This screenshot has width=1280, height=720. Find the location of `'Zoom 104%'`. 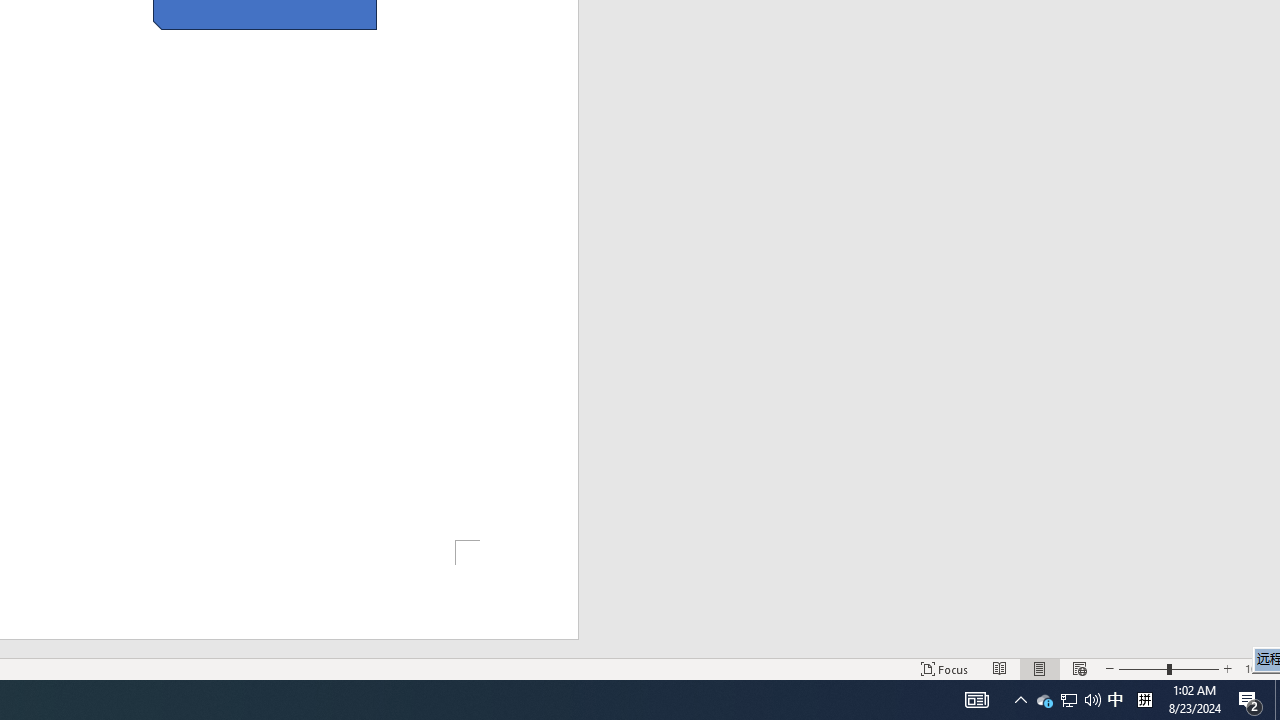

'Zoom 104%' is located at coordinates (1257, 669).